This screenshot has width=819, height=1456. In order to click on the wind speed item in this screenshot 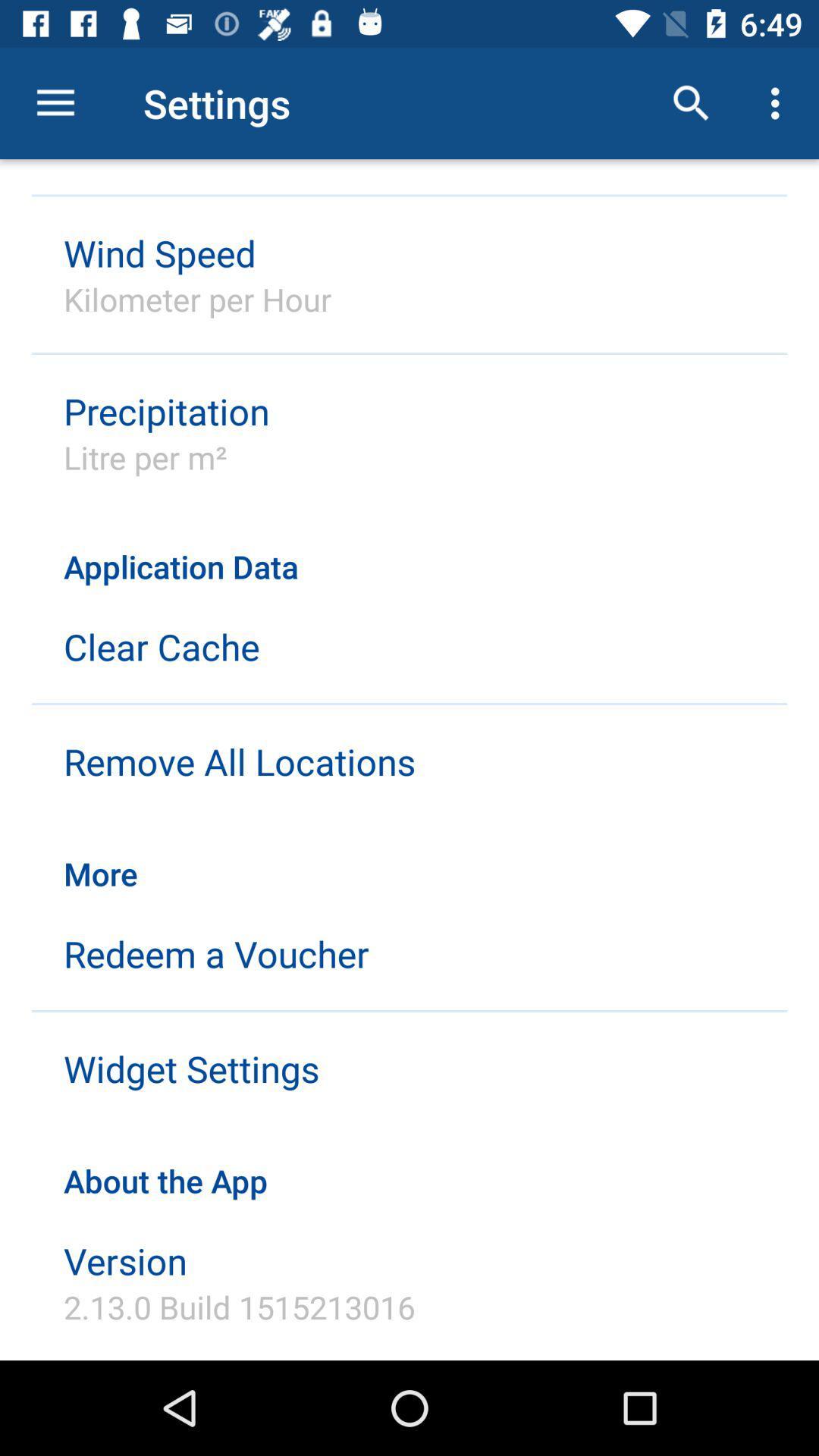, I will do `click(159, 253)`.